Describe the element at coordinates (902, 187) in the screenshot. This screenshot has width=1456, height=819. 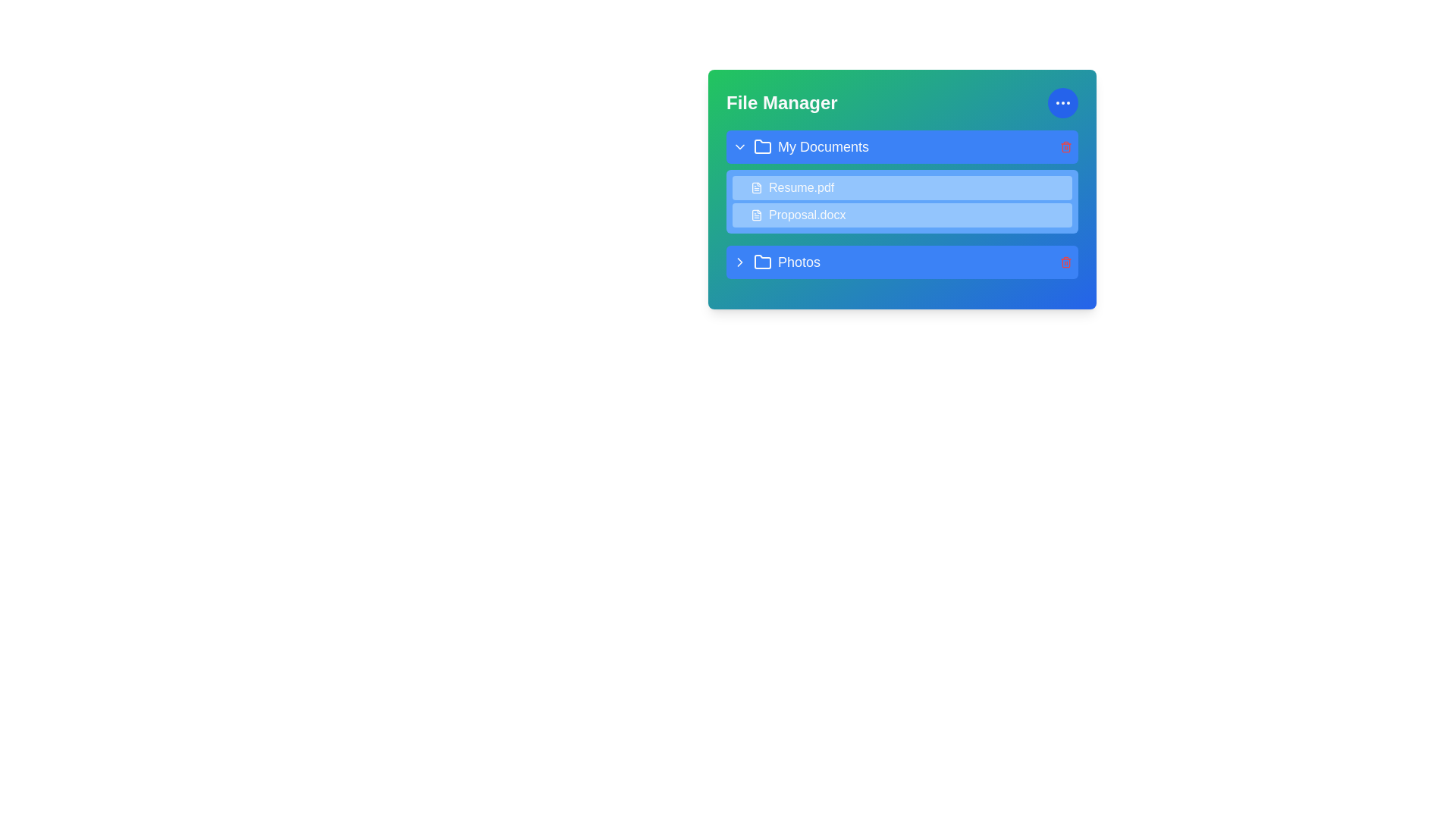
I see `the list item representing the file 'Resume.pdf'` at that location.